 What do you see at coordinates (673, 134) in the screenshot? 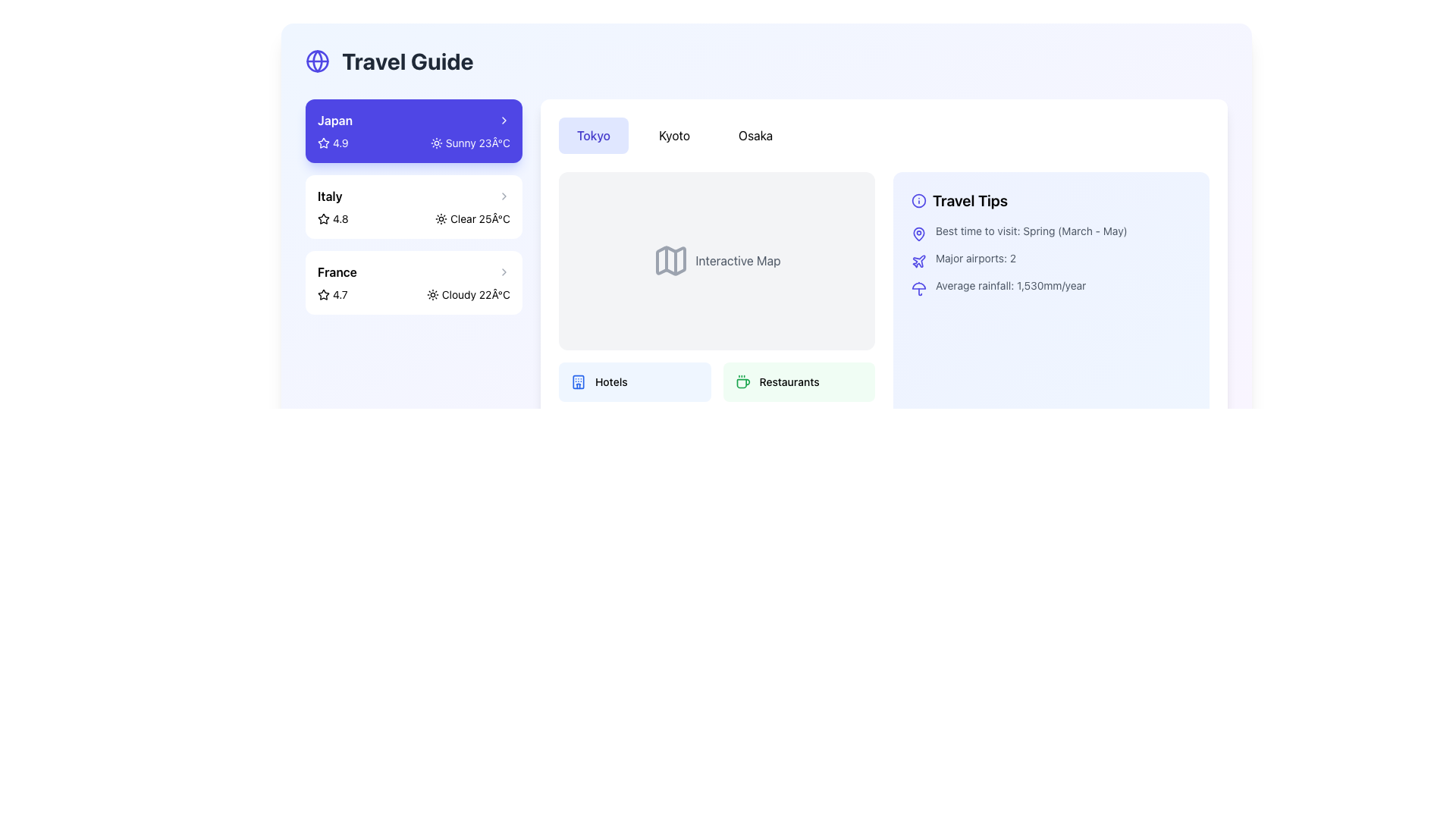
I see `the 'Kyoto' button, which is a text button with a rounded border, positioned centrally between the 'Tokyo' and 'Osaka' buttons` at bounding box center [673, 134].